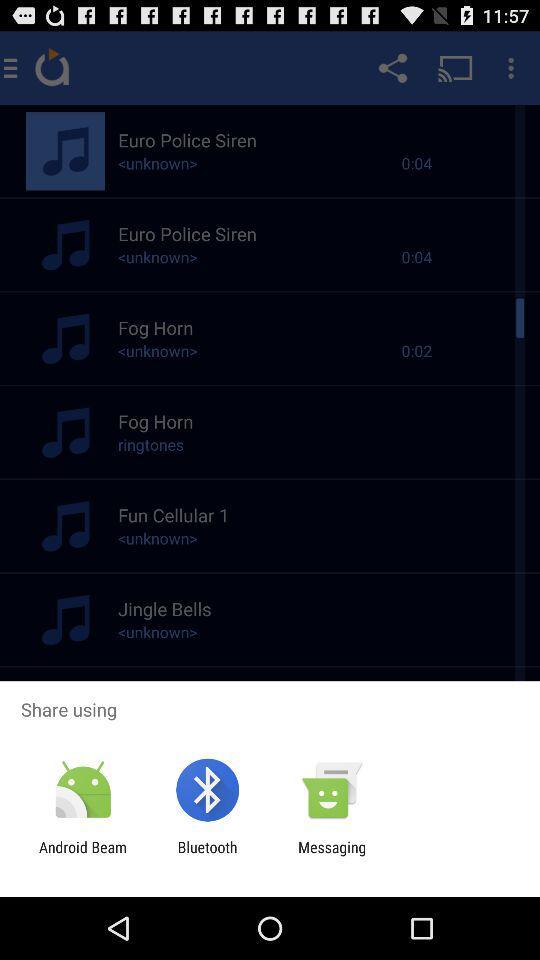 This screenshot has height=960, width=540. Describe the element at coordinates (332, 855) in the screenshot. I see `the messaging` at that location.